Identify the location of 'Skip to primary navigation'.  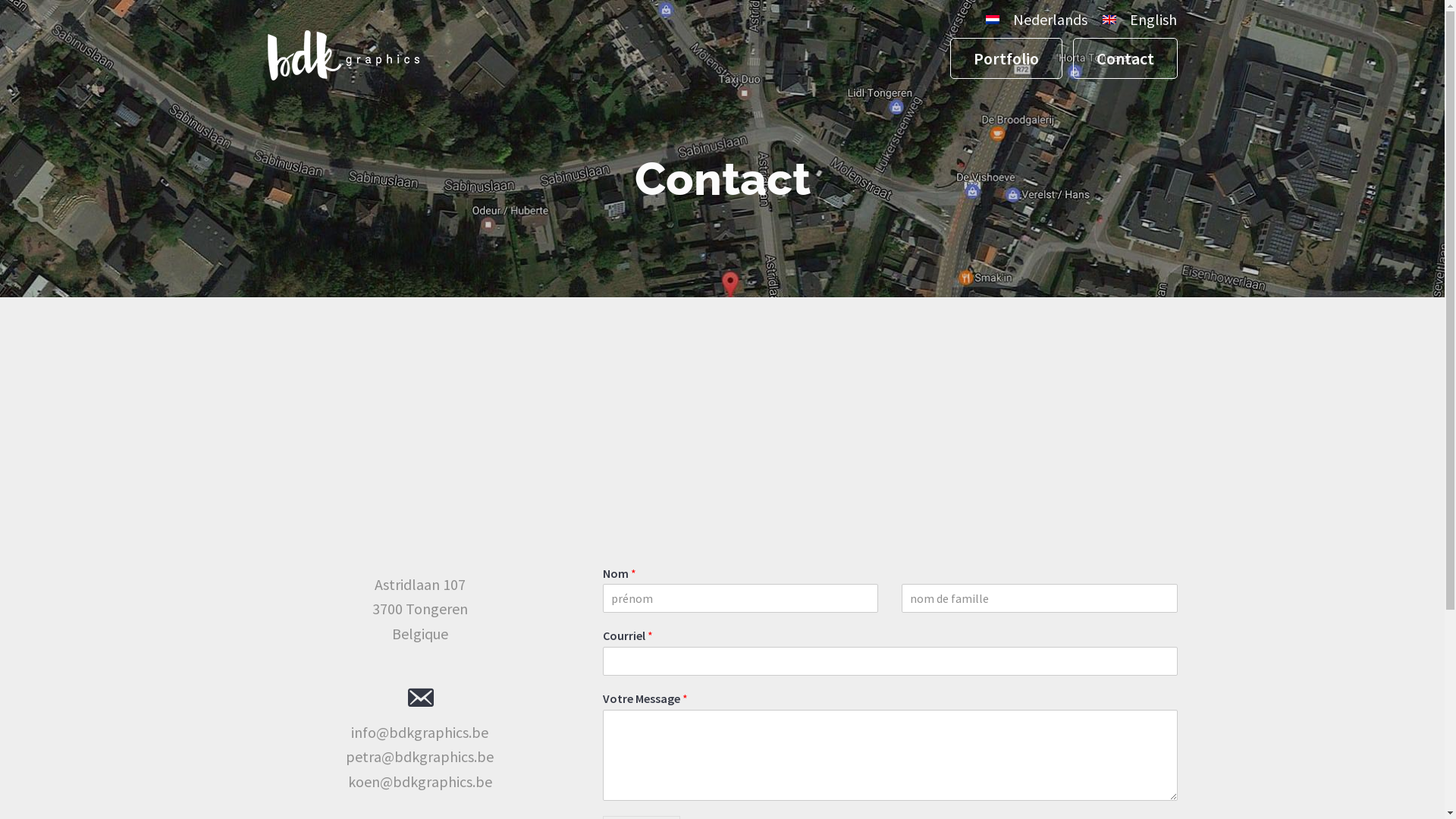
(0, 0).